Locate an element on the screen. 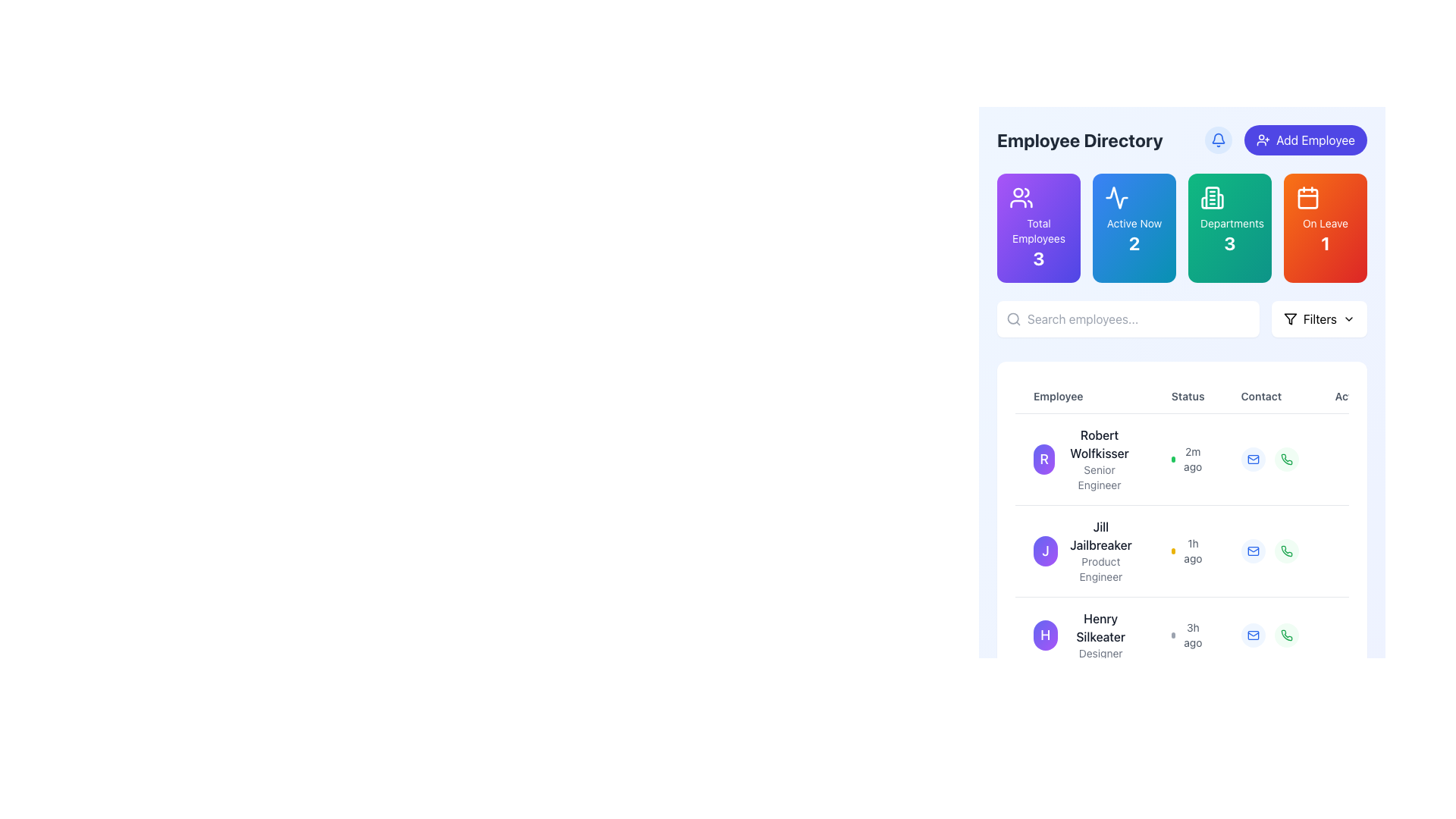  the 'Contact' text label in the header row of the data table, which appears styled with a light font weight and gray color is located at coordinates (1269, 396).